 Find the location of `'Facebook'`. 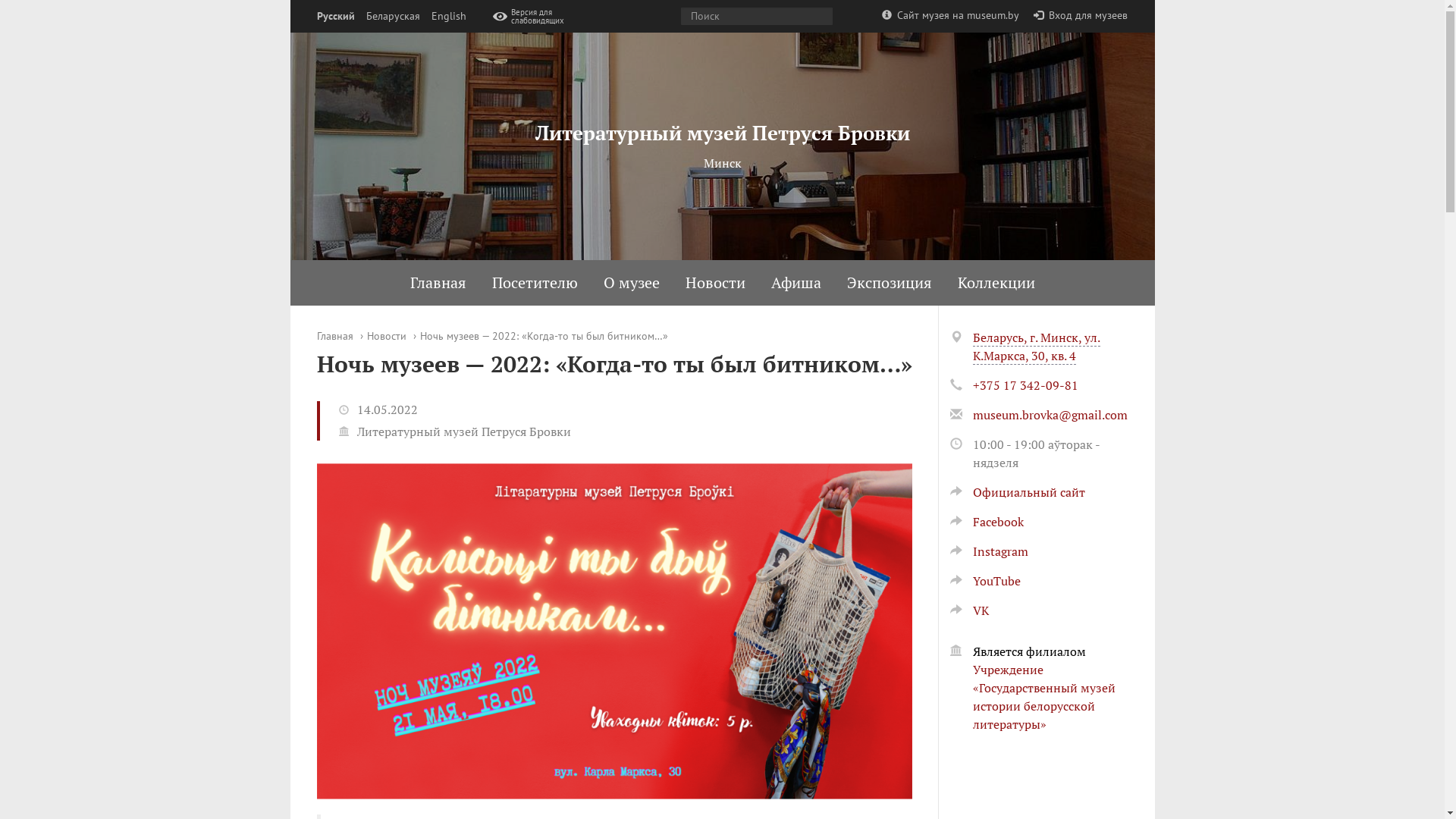

'Facebook' is located at coordinates (949, 520).